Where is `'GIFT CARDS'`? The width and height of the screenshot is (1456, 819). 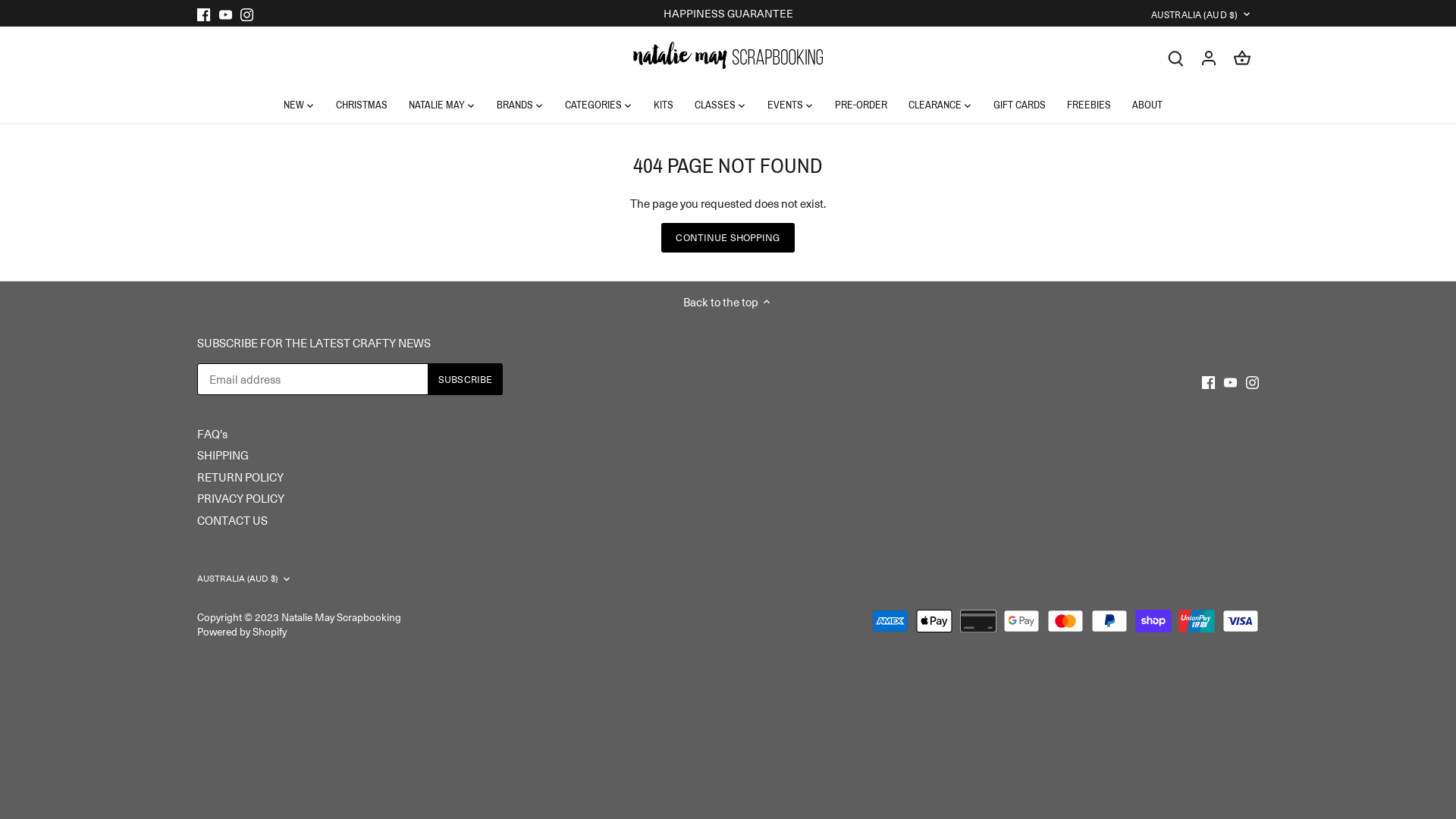
'GIFT CARDS' is located at coordinates (1019, 104).